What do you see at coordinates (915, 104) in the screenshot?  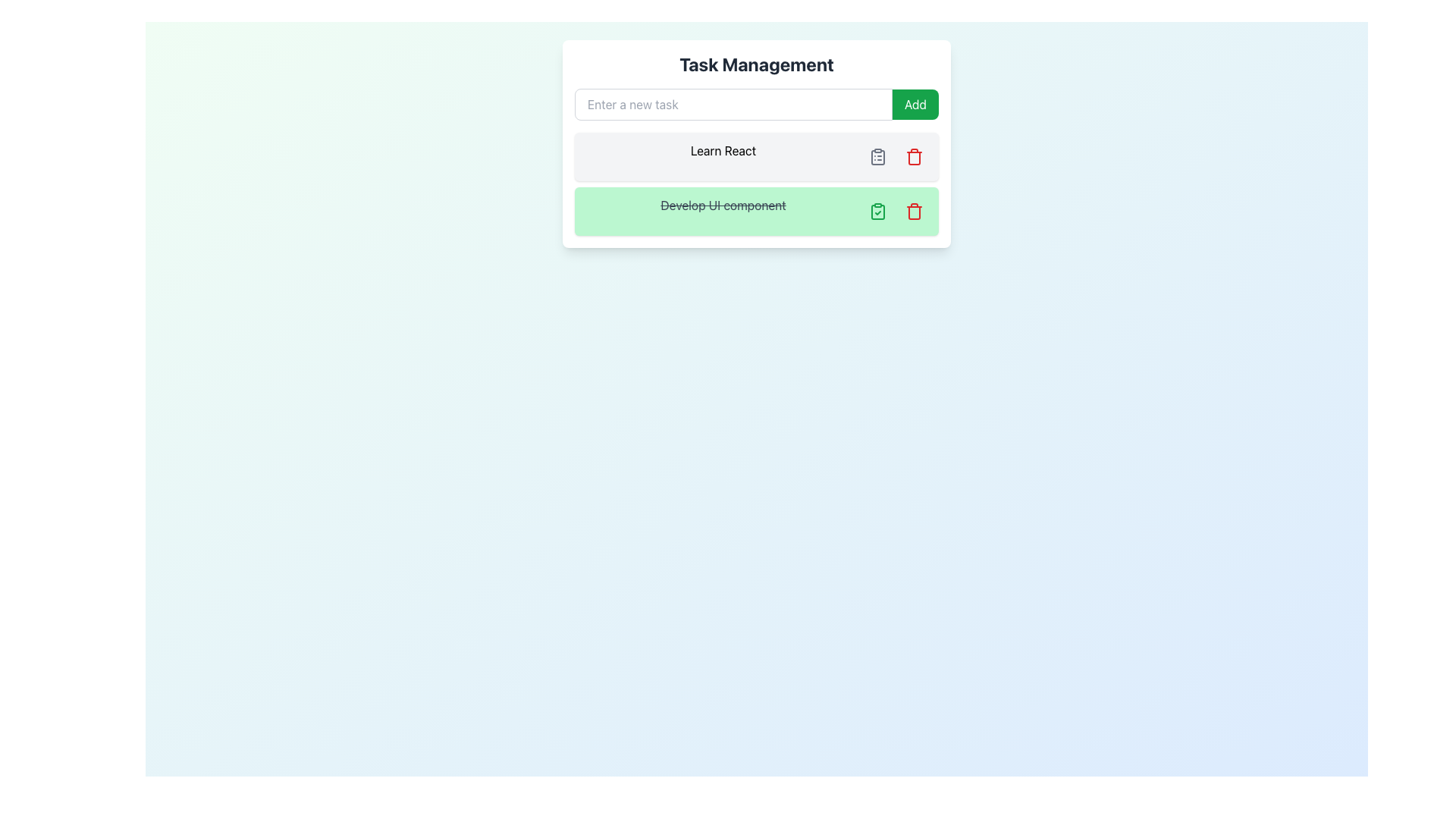 I see `keyboard navigation` at bounding box center [915, 104].